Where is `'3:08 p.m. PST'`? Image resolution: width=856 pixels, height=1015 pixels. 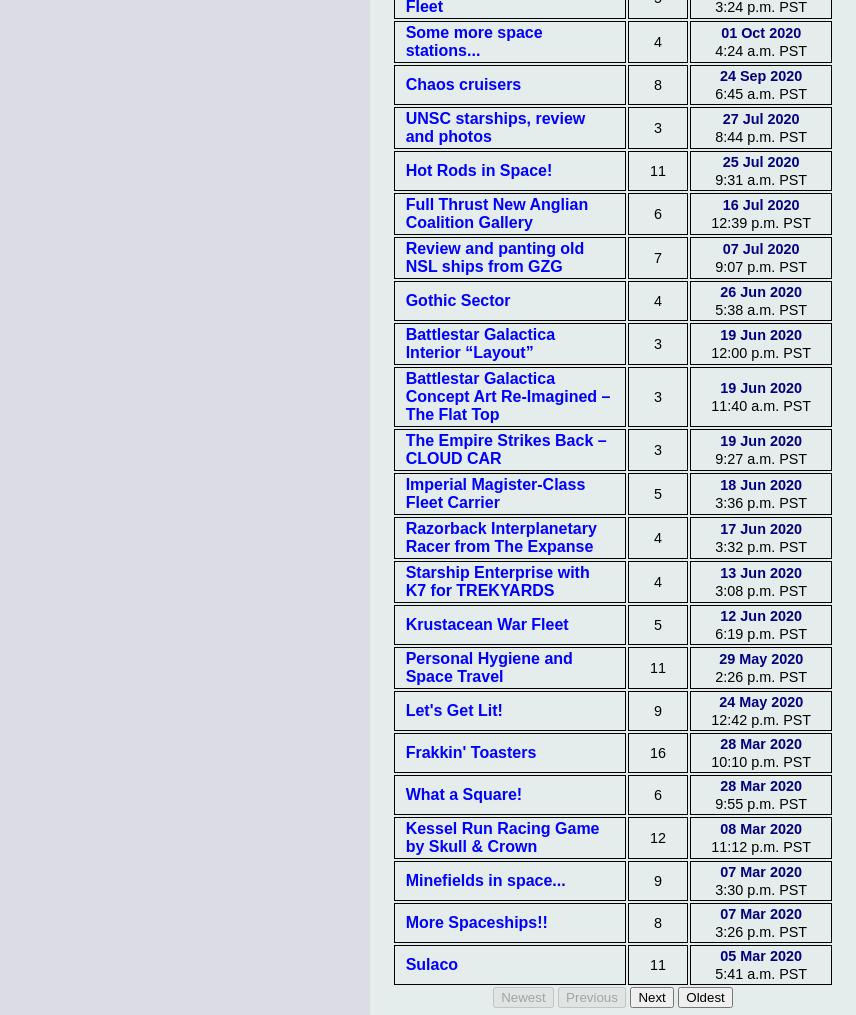 '3:08 p.m. PST' is located at coordinates (759, 590).